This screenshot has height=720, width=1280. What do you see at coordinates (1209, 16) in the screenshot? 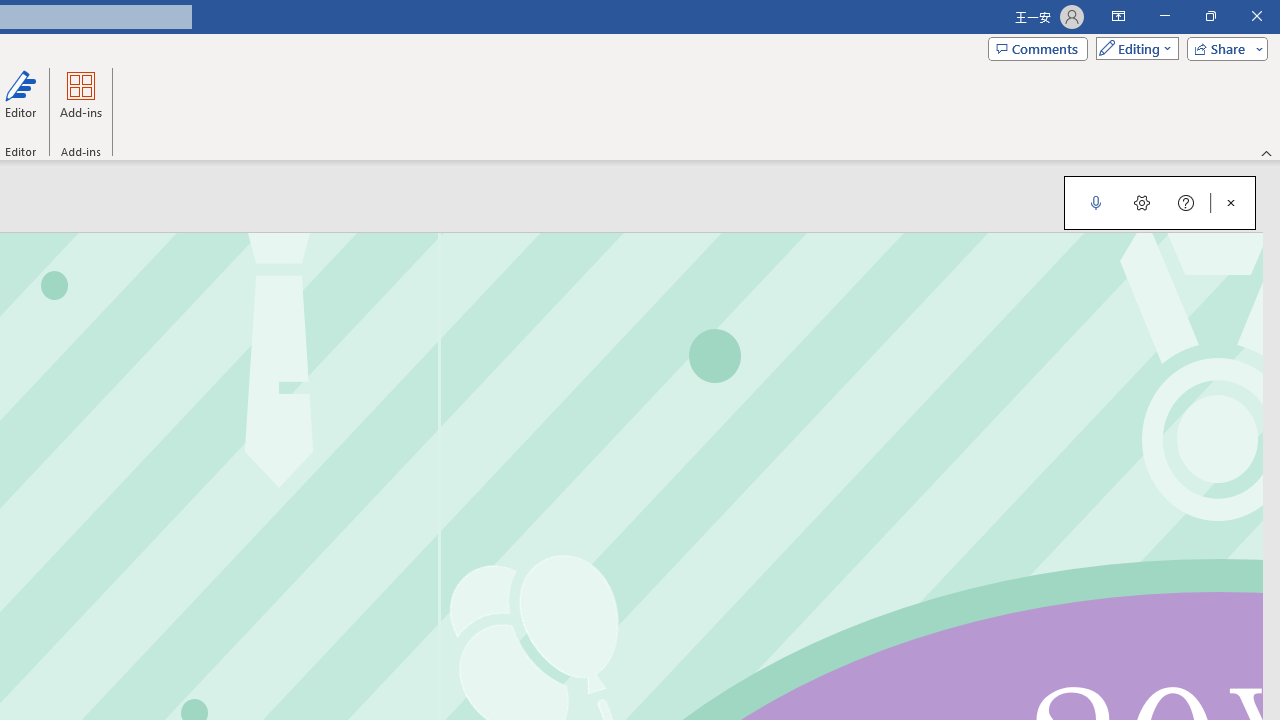
I see `'Restore Down'` at bounding box center [1209, 16].